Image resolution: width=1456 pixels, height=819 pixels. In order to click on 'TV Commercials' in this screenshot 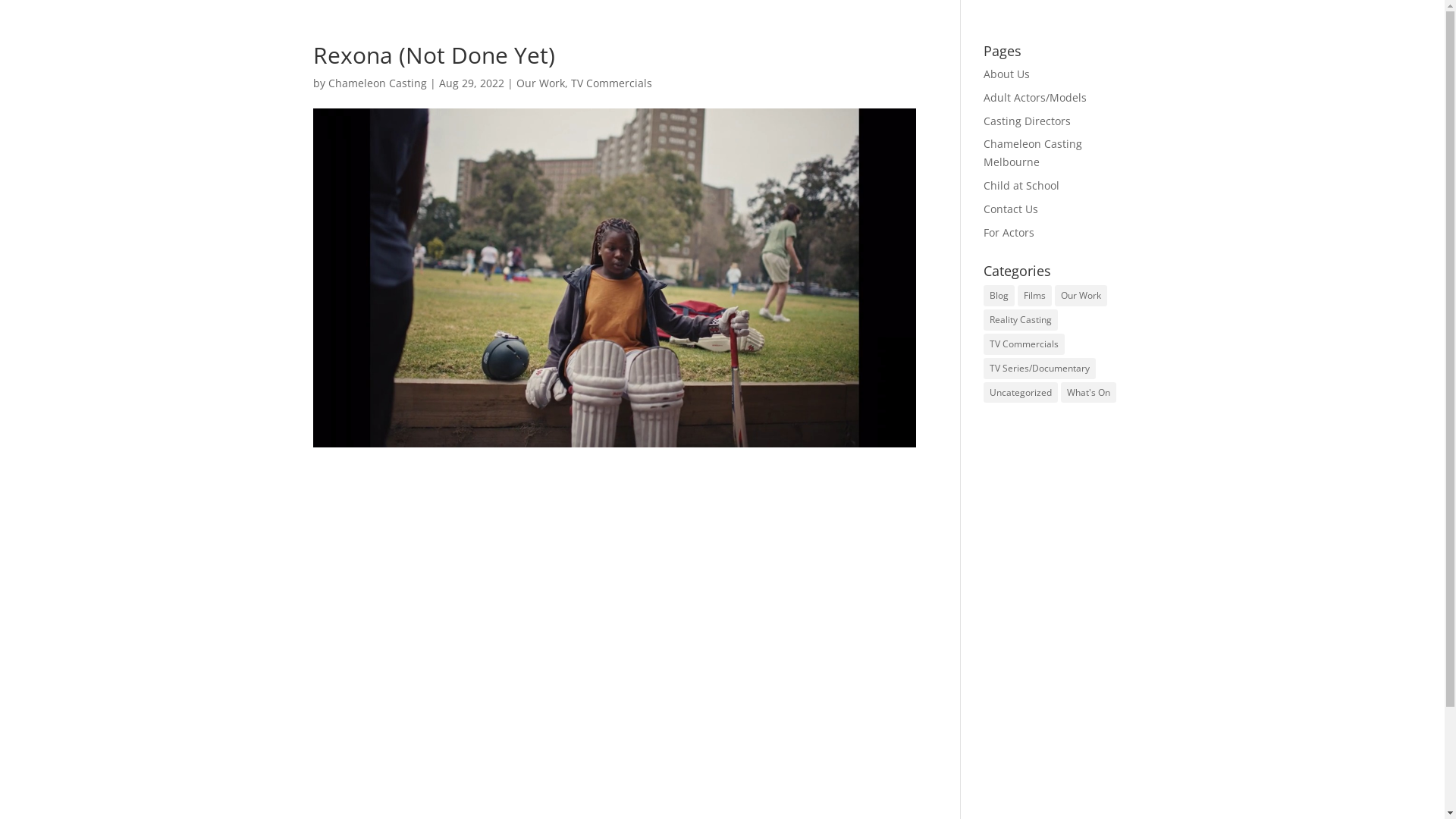, I will do `click(610, 83)`.